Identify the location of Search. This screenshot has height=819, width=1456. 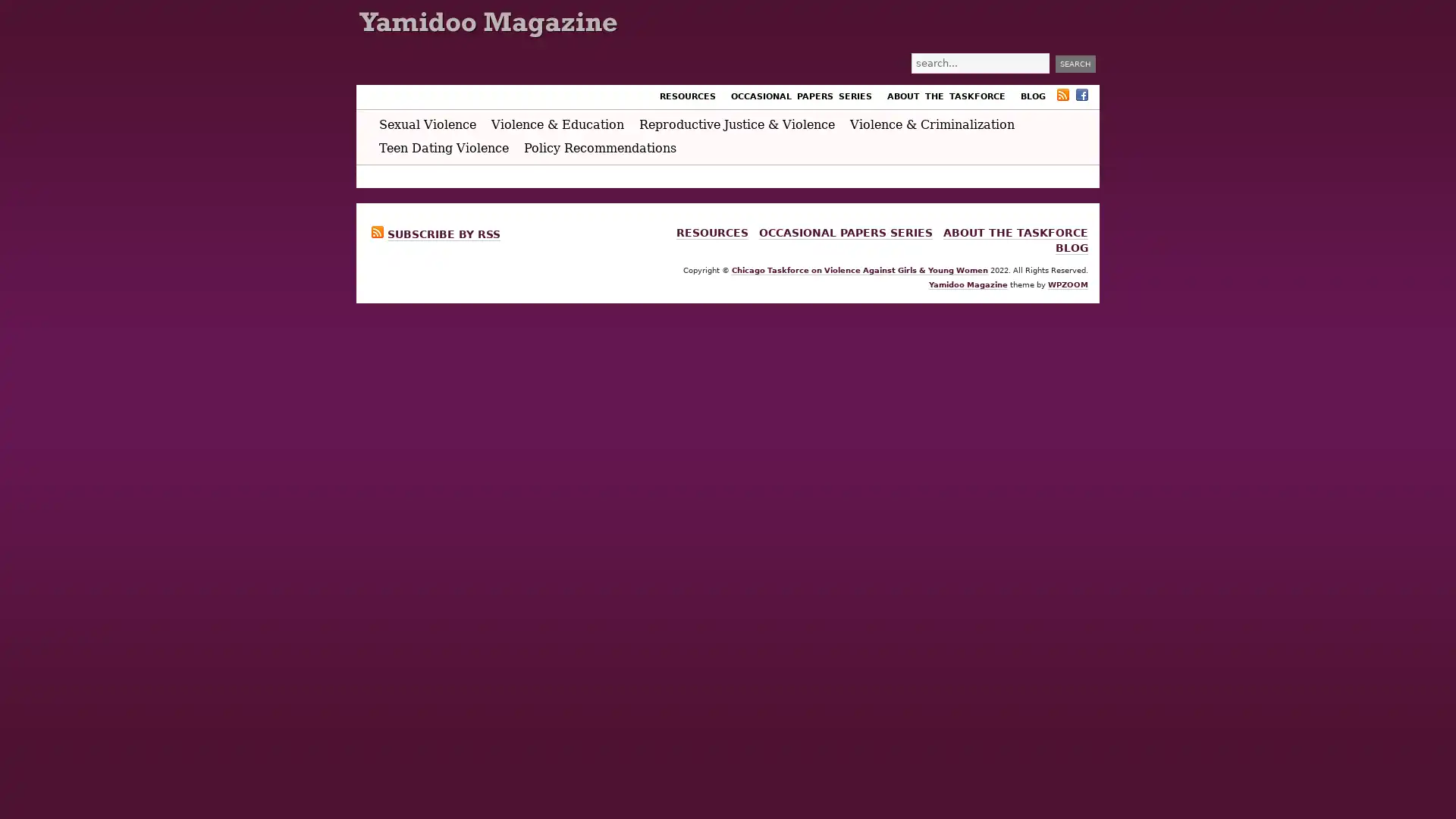
(1075, 63).